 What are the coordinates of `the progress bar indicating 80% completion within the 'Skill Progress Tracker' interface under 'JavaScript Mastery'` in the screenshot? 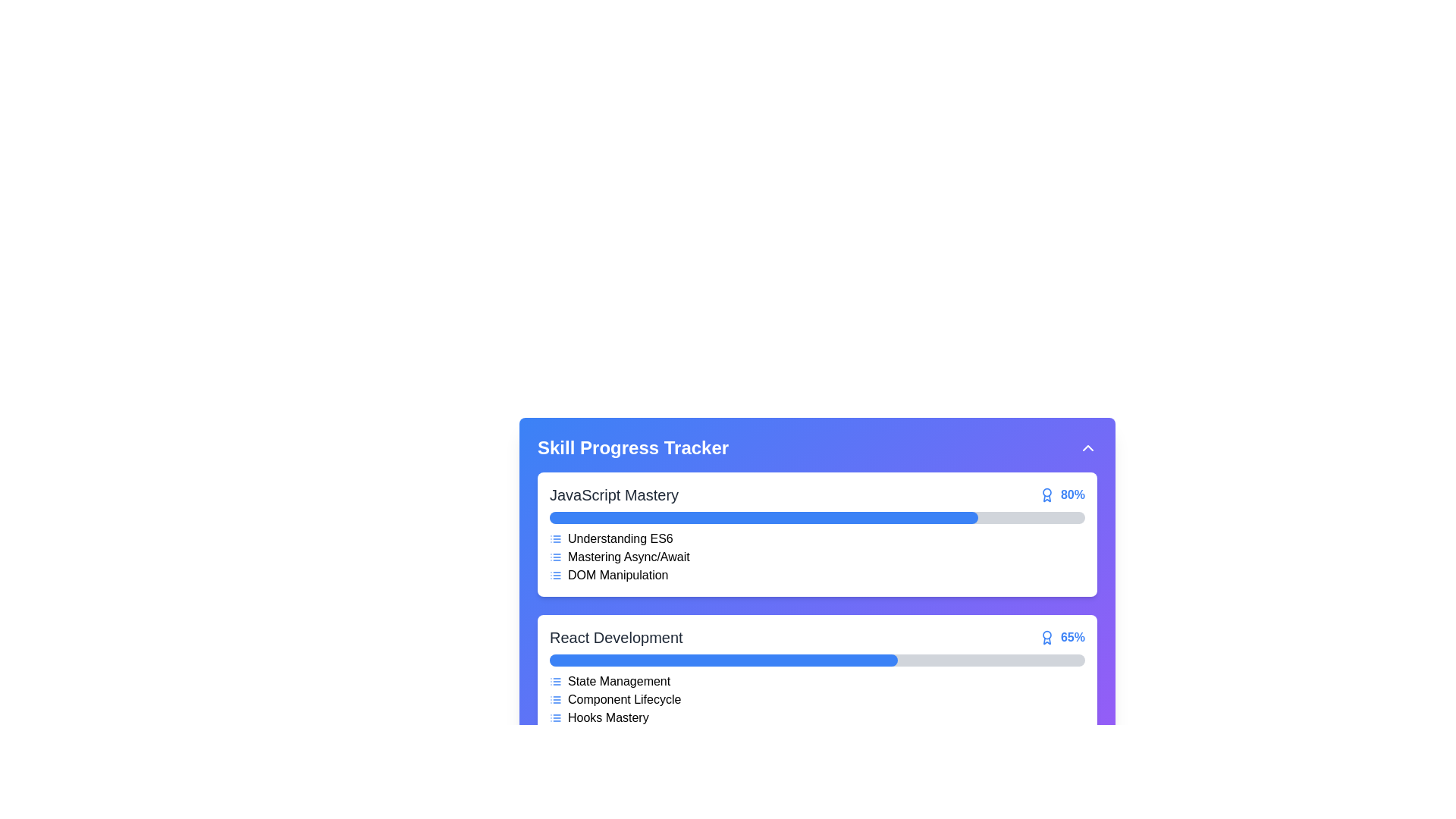 It's located at (817, 516).